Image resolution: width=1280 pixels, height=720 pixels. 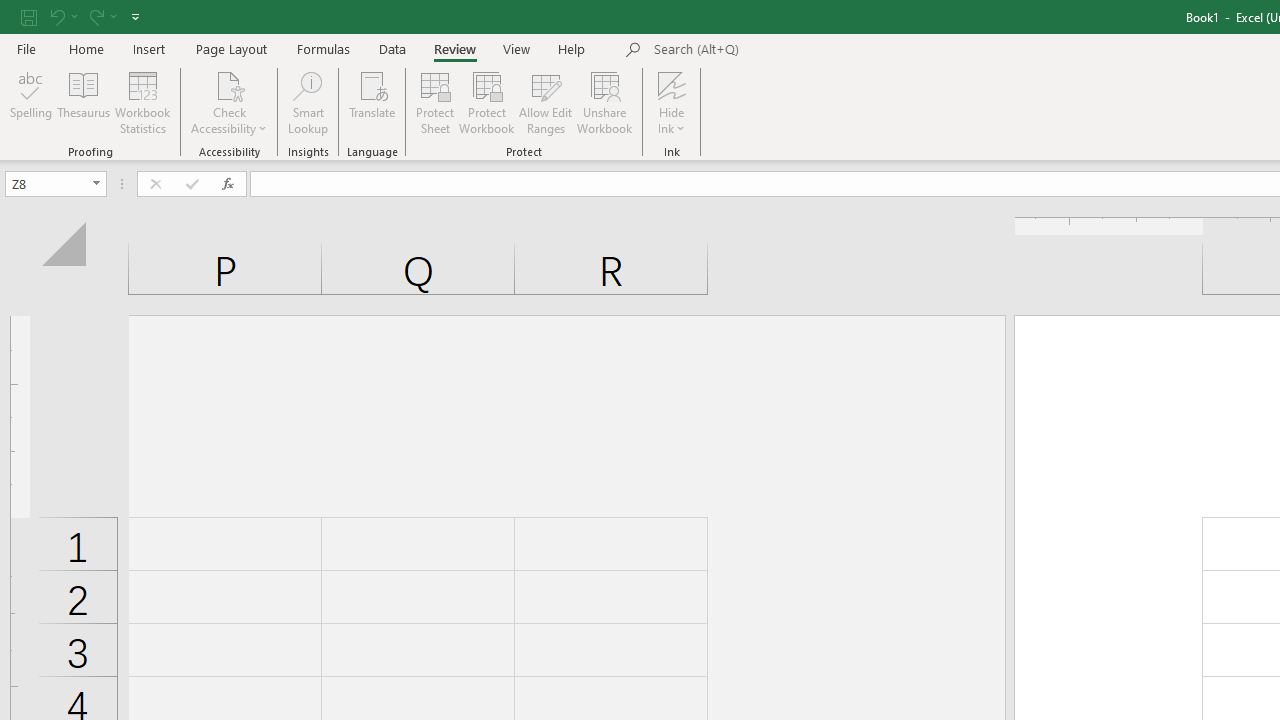 I want to click on 'Check Accessibility', so click(x=229, y=103).